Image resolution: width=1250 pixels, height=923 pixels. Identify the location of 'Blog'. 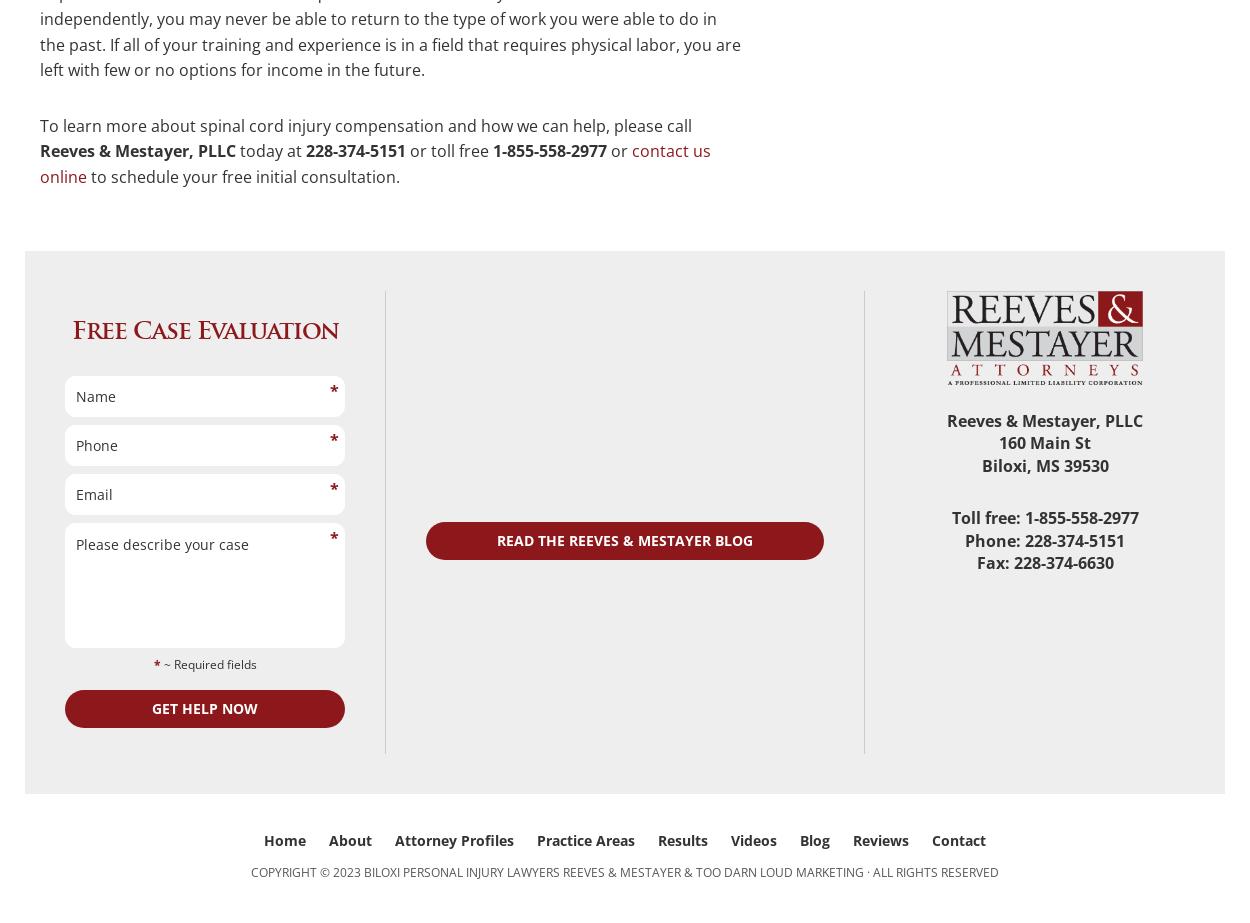
(800, 839).